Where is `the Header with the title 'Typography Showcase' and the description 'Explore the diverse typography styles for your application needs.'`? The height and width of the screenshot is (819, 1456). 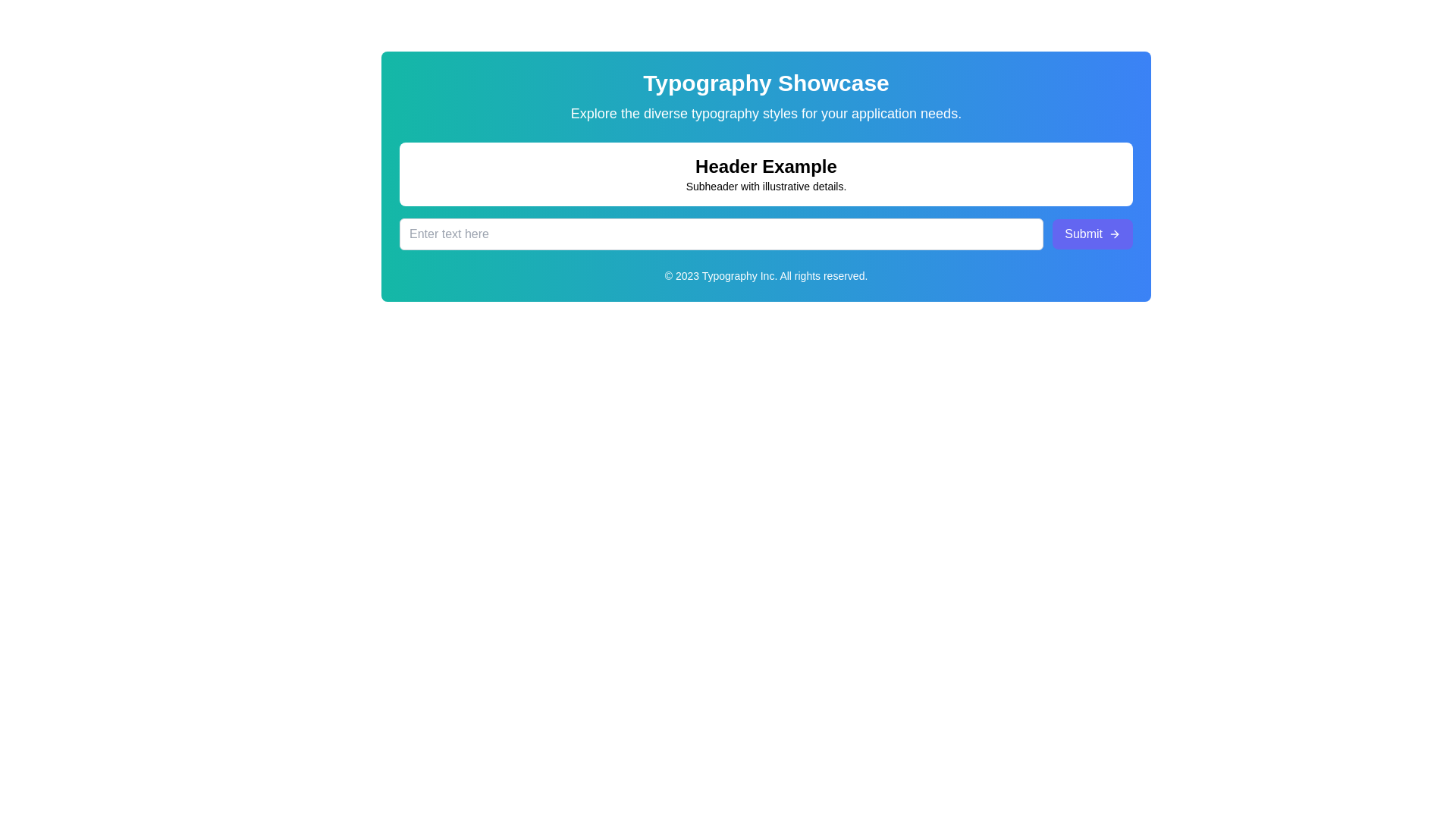
the Header with the title 'Typography Showcase' and the description 'Explore the diverse typography styles for your application needs.' is located at coordinates (766, 96).